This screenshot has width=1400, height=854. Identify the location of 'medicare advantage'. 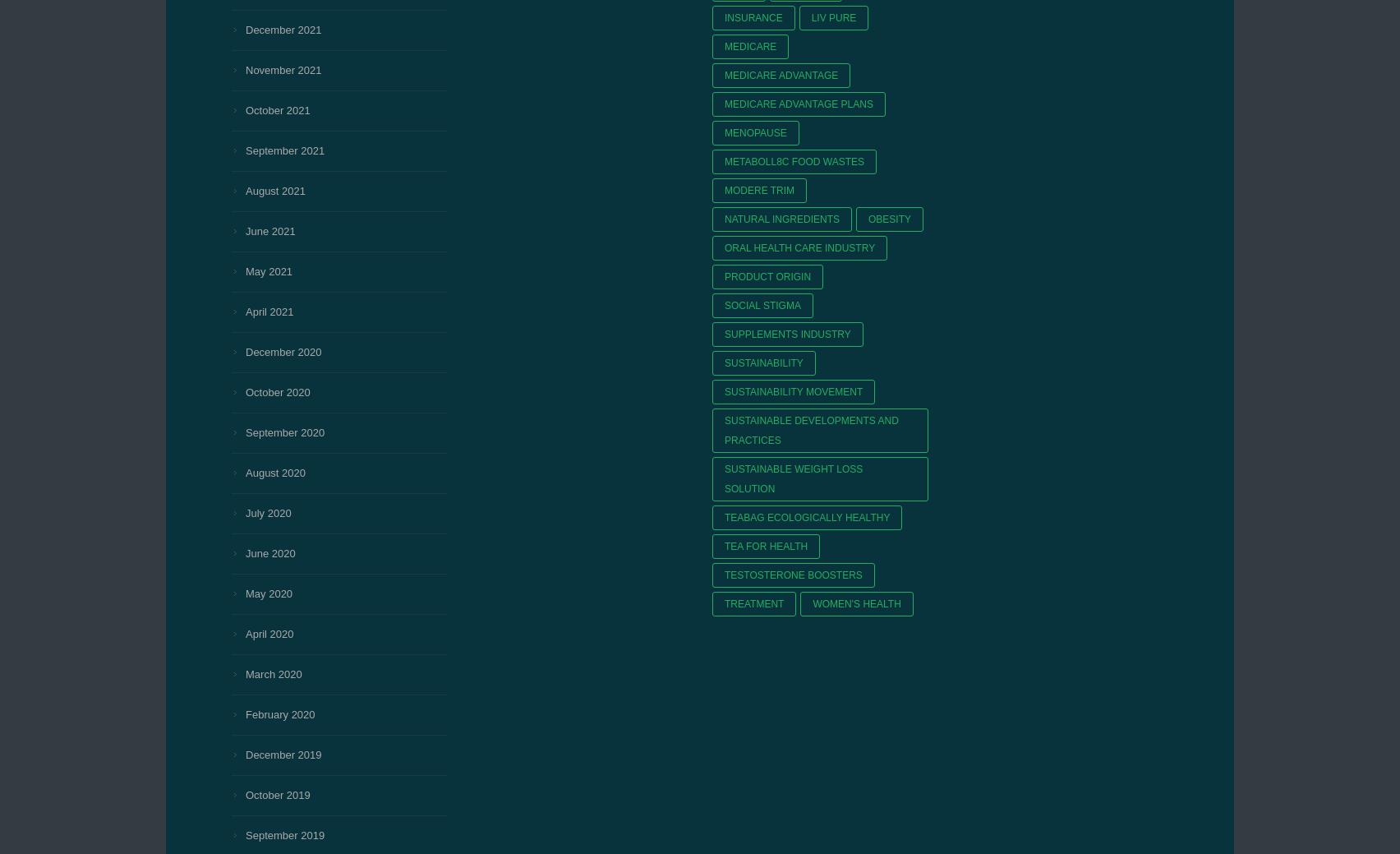
(781, 74).